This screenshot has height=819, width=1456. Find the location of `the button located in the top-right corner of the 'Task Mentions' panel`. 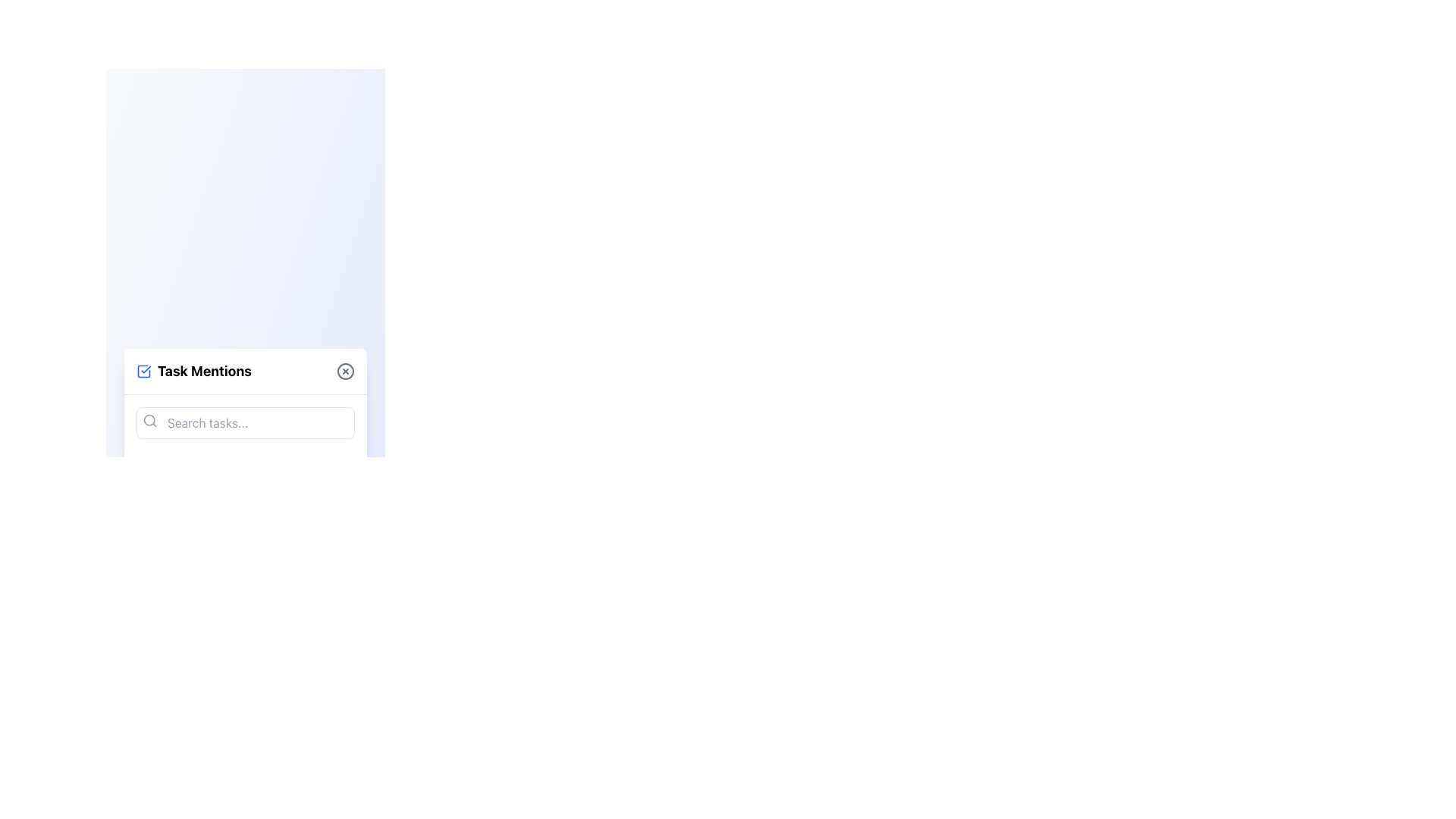

the button located in the top-right corner of the 'Task Mentions' panel is located at coordinates (345, 371).